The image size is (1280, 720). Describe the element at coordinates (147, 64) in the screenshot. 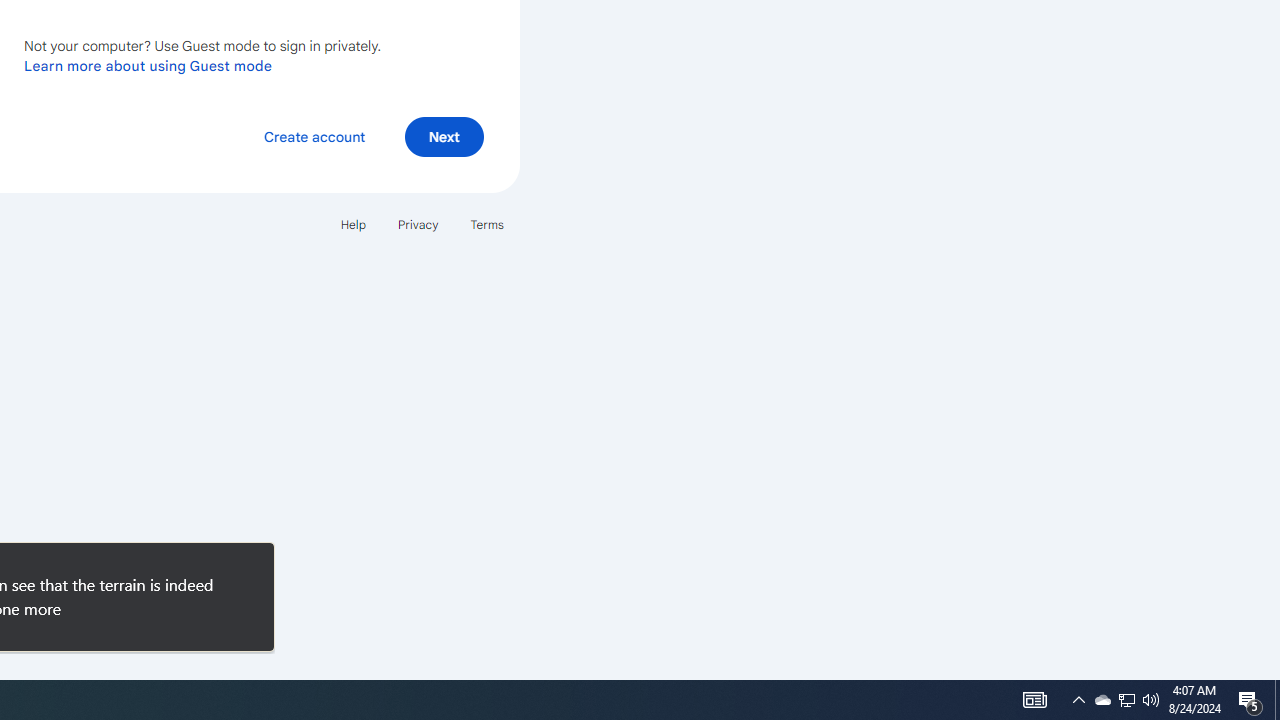

I see `'Learn more about using Guest mode'` at that location.